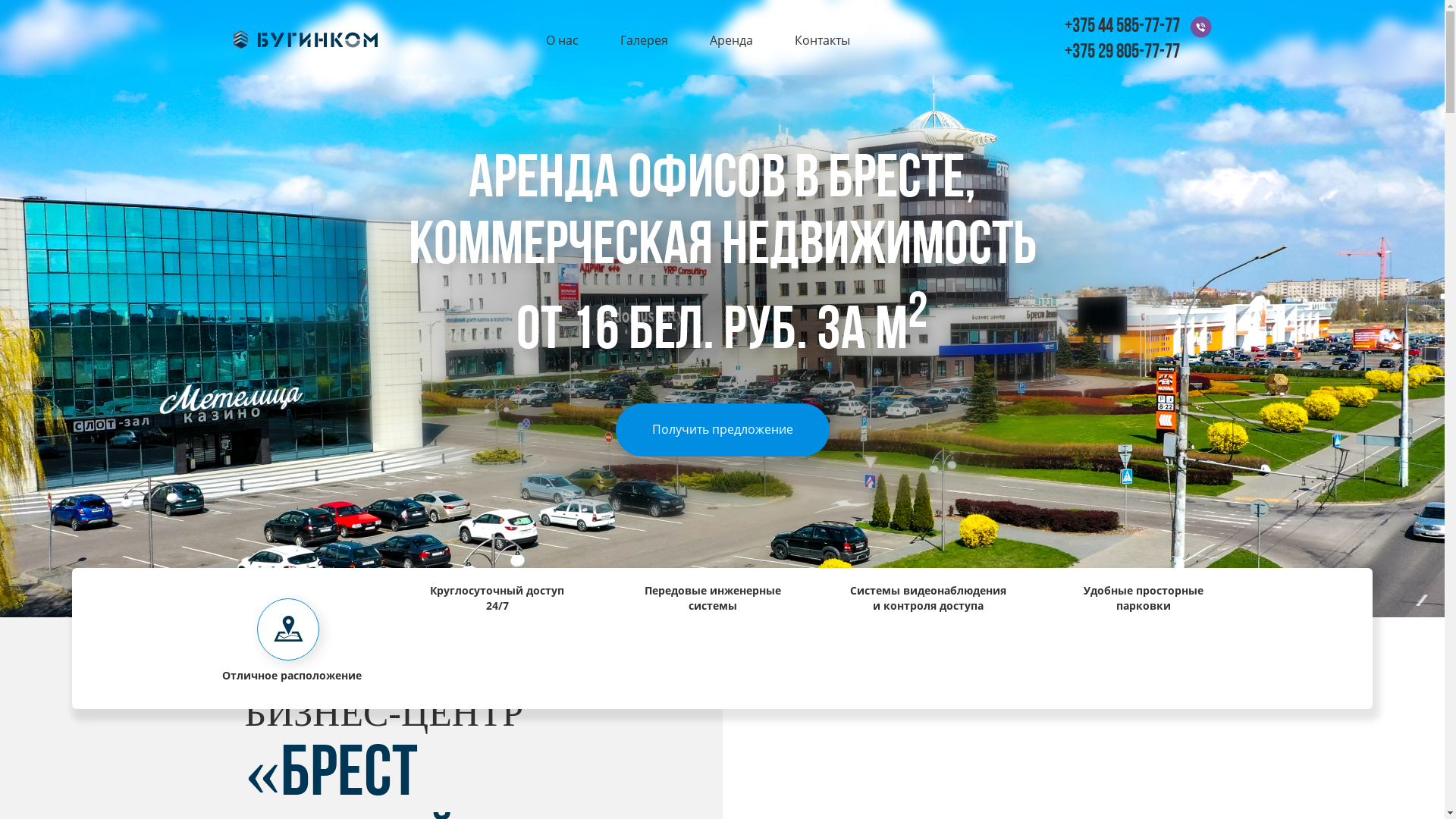 The height and width of the screenshot is (819, 1456). What do you see at coordinates (1122, 27) in the screenshot?
I see `'+375 44 585-77-77'` at bounding box center [1122, 27].